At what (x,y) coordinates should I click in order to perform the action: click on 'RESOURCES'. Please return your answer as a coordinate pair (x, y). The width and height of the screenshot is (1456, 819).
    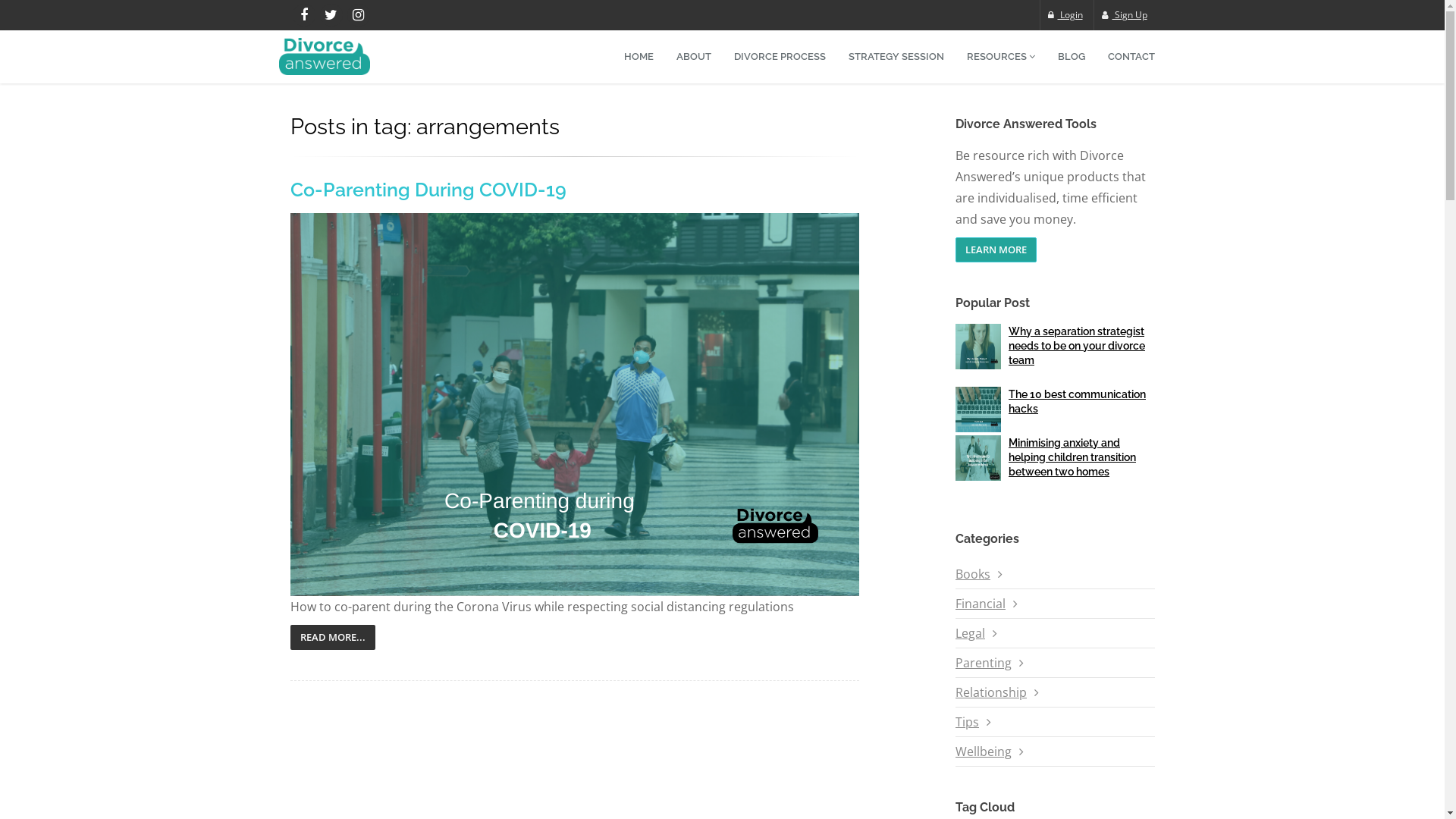
    Looking at the image, I should click on (1001, 55).